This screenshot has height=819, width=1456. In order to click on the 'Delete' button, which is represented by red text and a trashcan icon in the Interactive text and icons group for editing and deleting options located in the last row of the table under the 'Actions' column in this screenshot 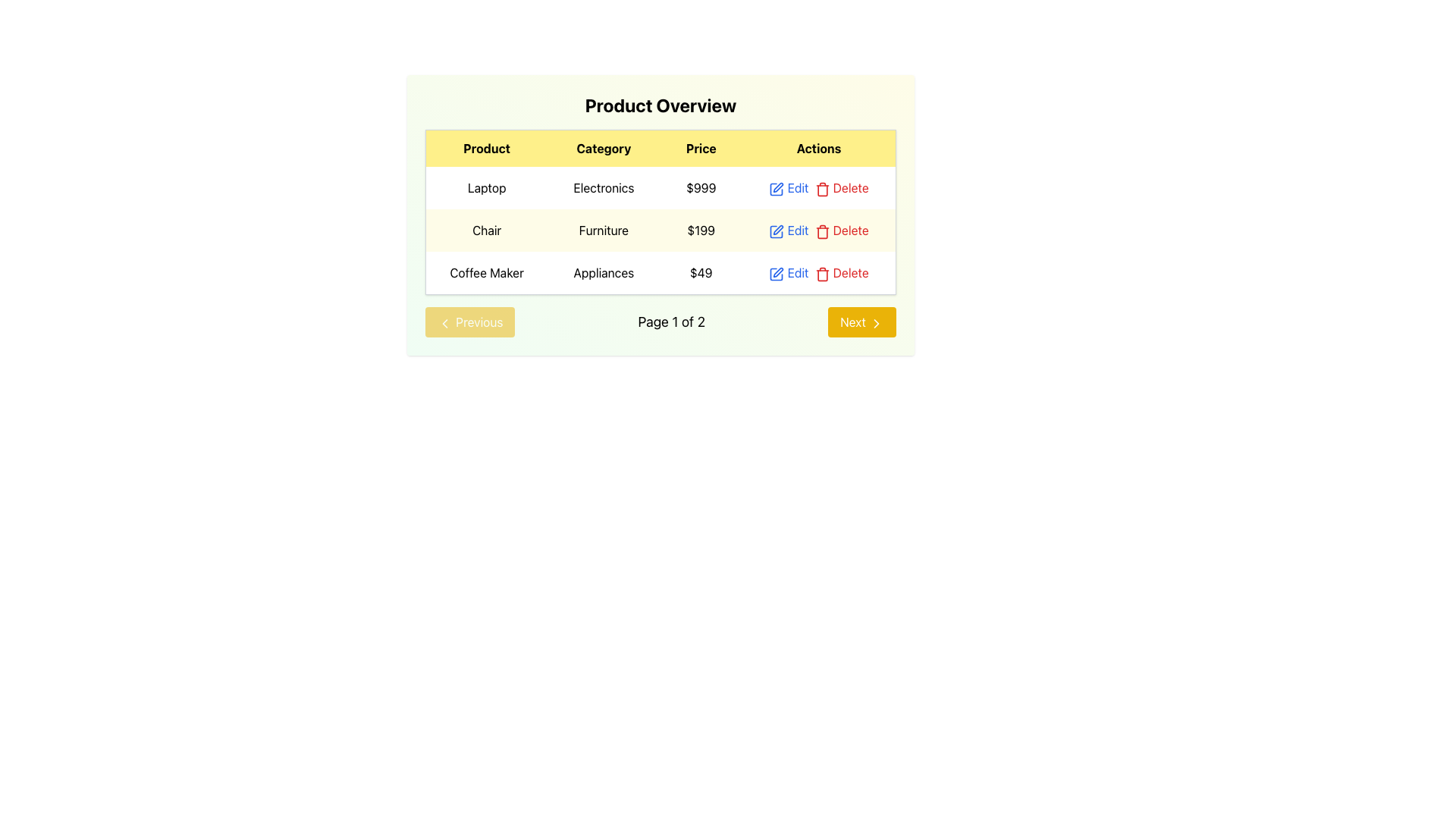, I will do `click(818, 271)`.